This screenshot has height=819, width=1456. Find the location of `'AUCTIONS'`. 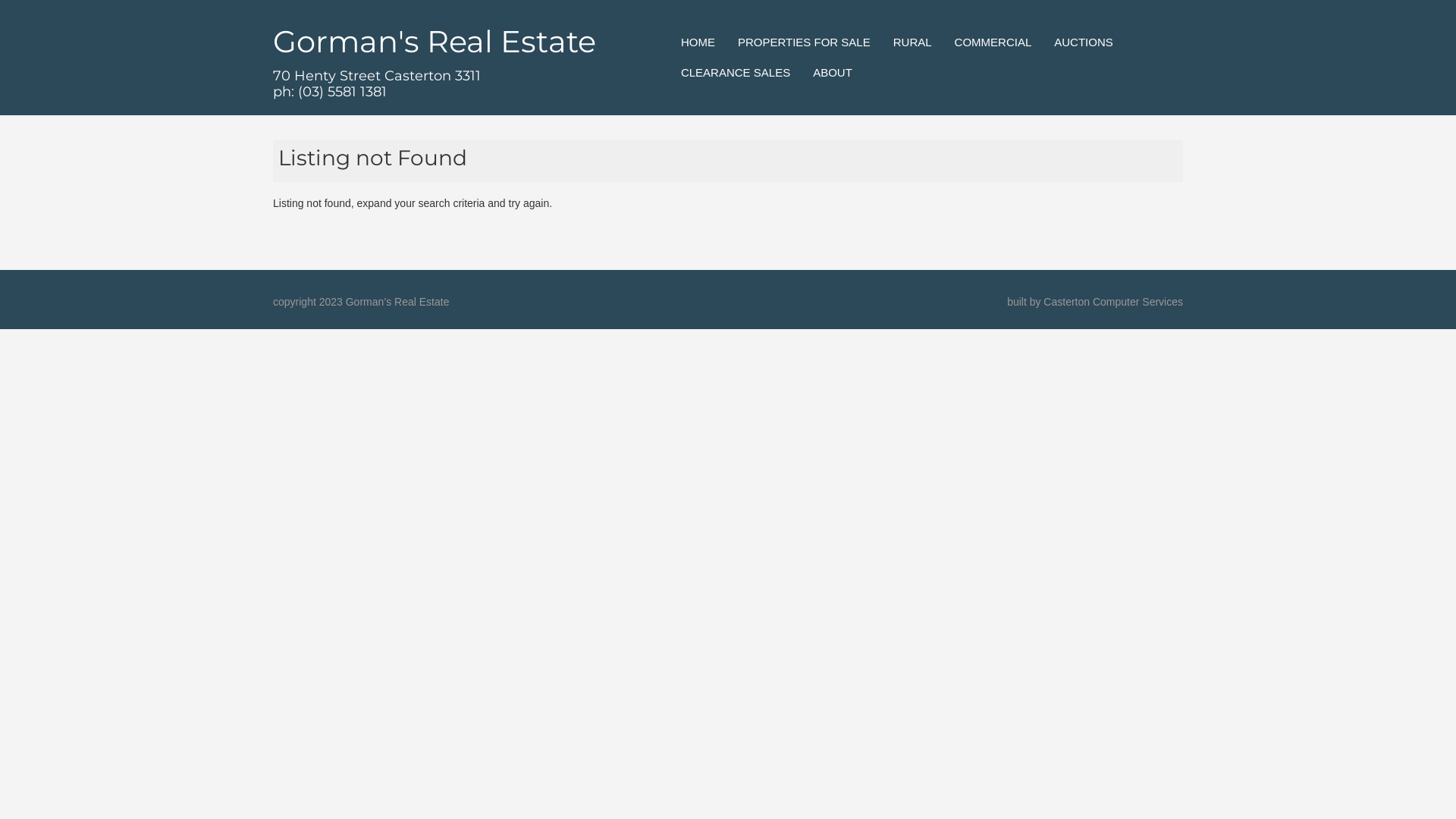

'AUCTIONS' is located at coordinates (1083, 42).